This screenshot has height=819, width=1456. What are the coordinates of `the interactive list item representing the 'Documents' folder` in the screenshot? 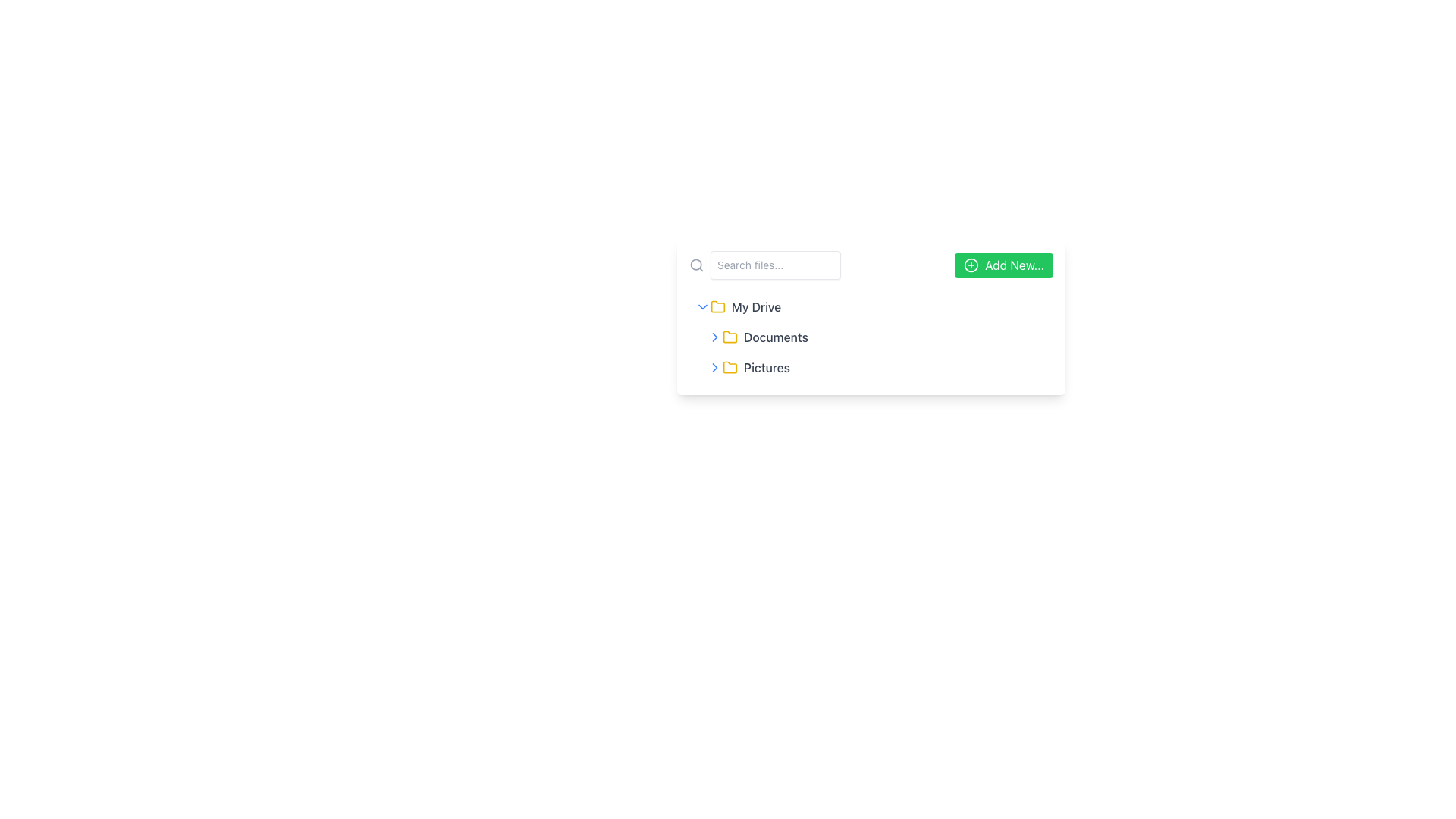 It's located at (877, 336).